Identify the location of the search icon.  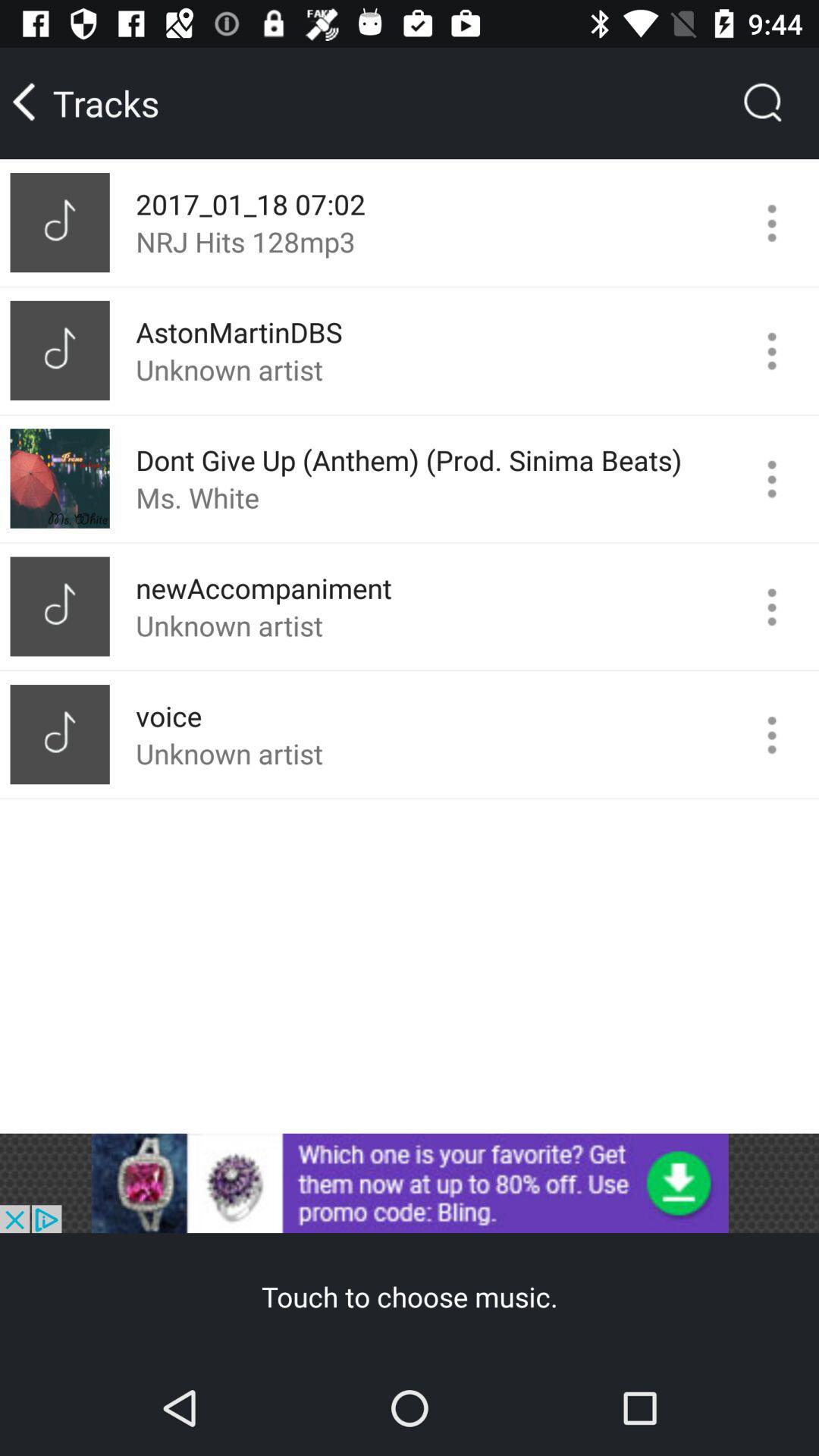
(763, 102).